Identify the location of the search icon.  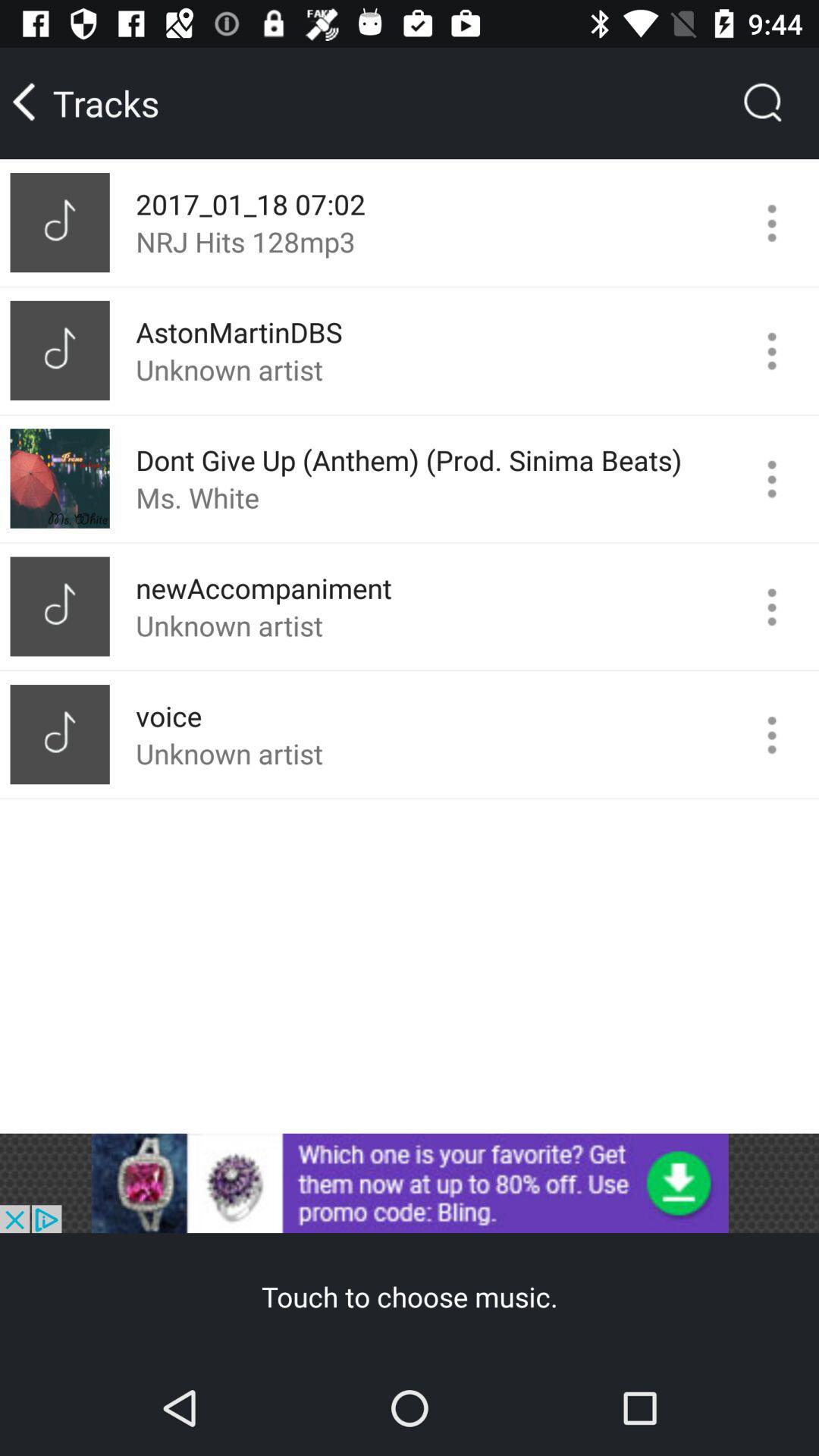
(763, 102).